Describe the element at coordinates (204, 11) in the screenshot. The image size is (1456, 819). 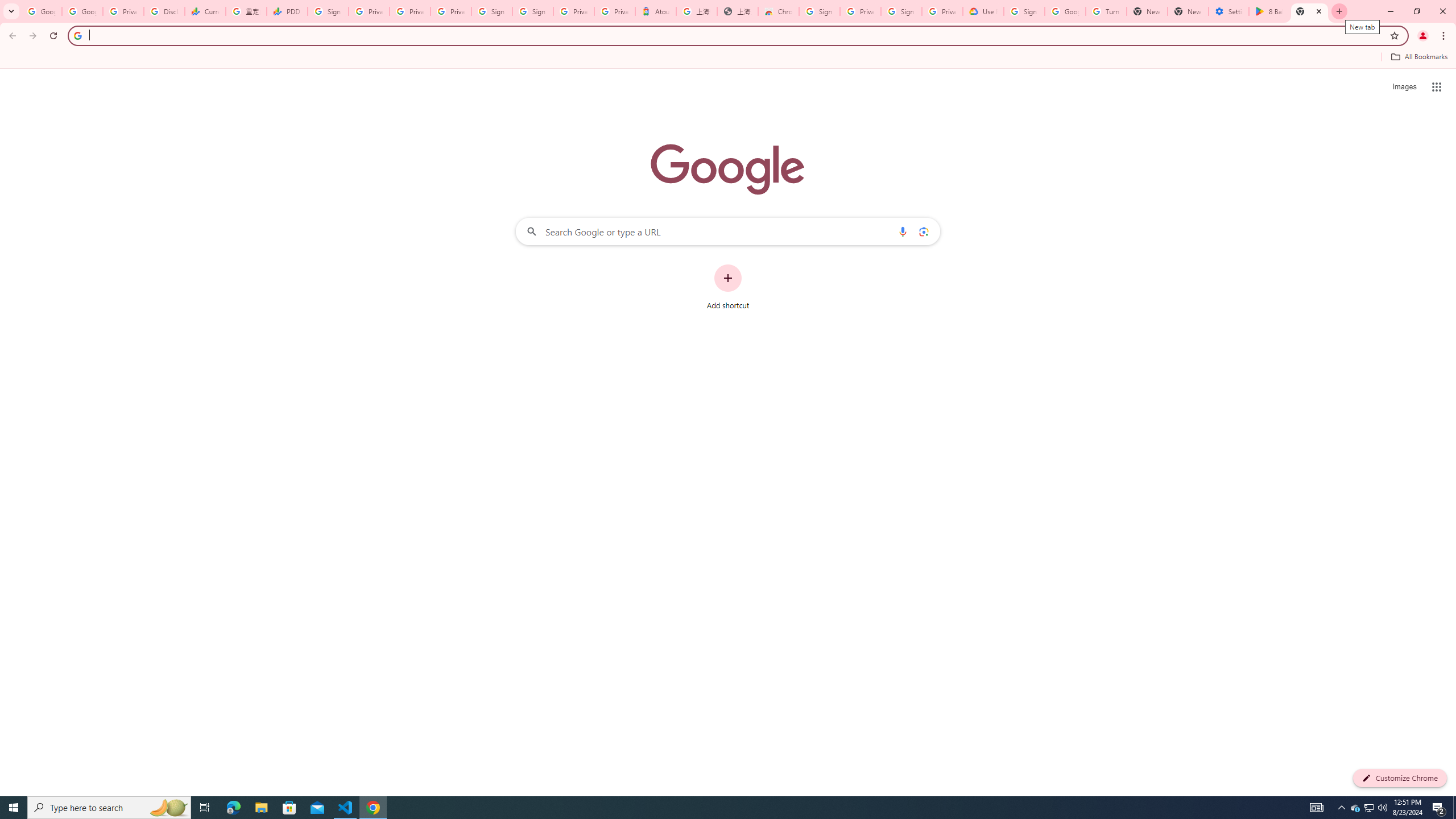
I see `'Currencies - Google Finance'` at that location.